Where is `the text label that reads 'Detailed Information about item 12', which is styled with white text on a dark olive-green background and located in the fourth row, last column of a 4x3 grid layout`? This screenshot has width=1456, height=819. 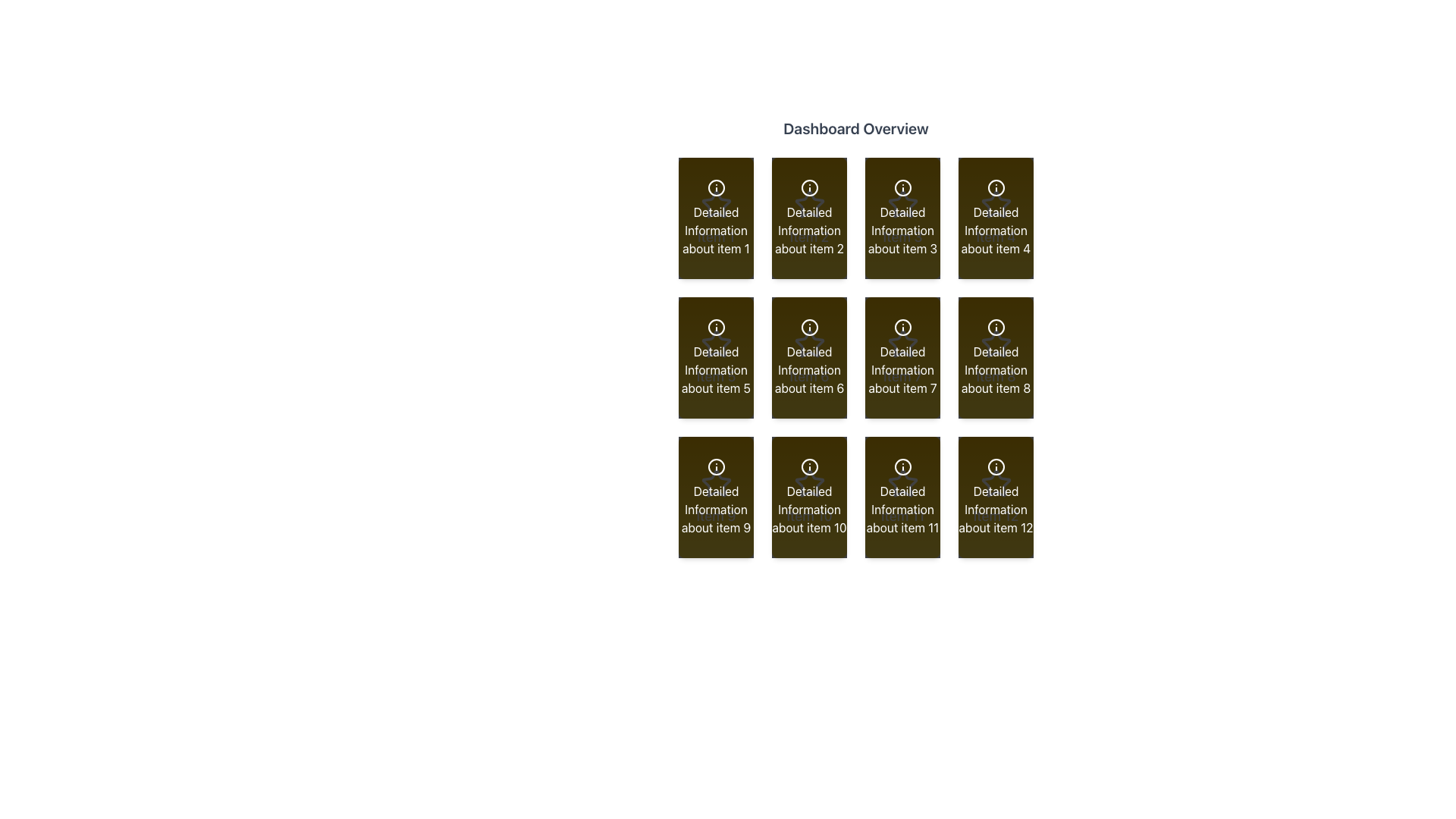
the text label that reads 'Detailed Information about item 12', which is styled with white text on a dark olive-green background and located in the fourth row, last column of a 4x3 grid layout is located at coordinates (996, 509).